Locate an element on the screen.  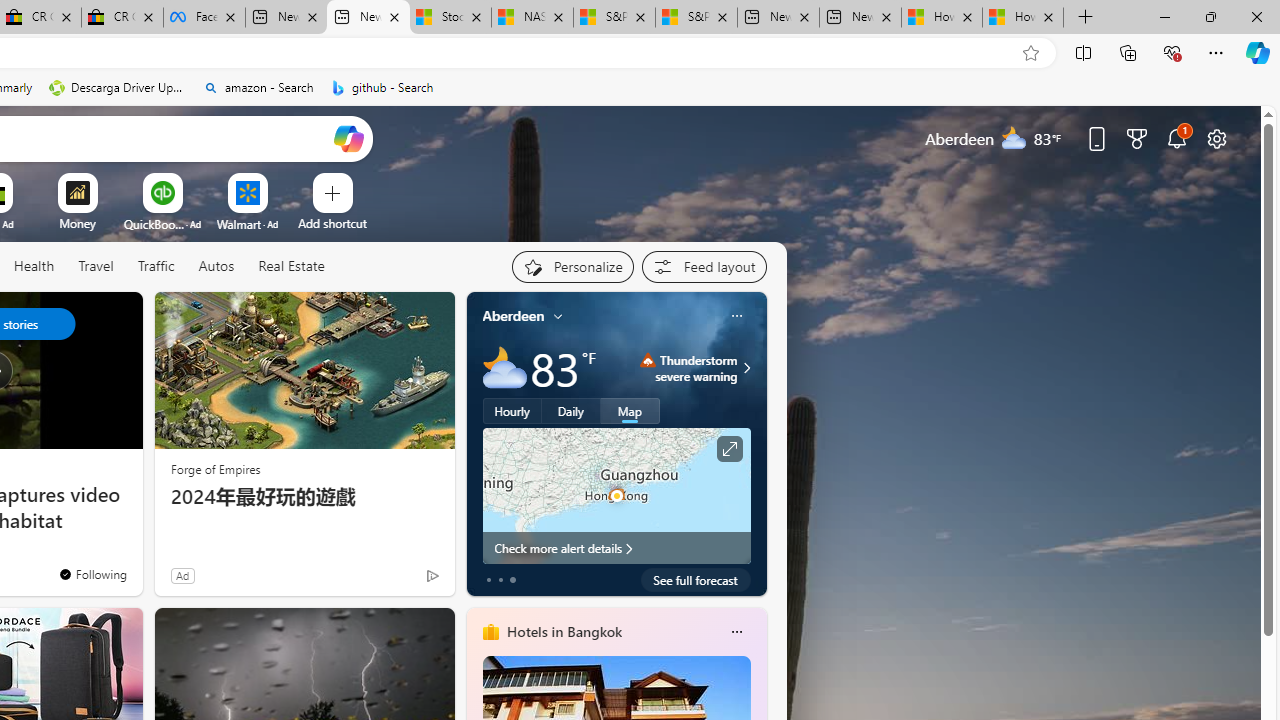
'Check more alert details' is located at coordinates (615, 547).